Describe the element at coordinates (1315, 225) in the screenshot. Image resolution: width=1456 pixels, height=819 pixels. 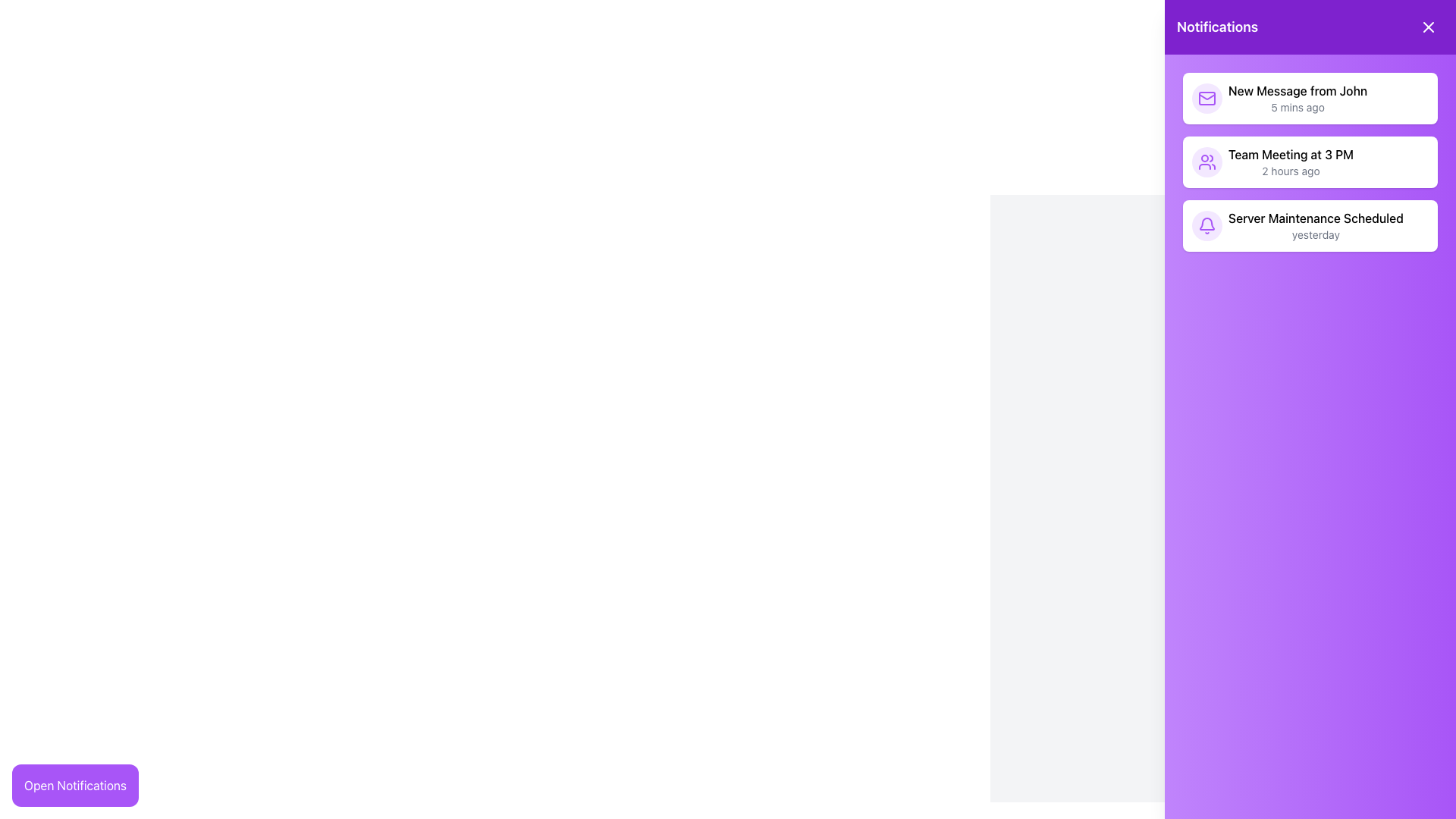
I see `the 'Server Maintenance' notification message in the notifications panel, which is the third item in the list, indicating a scheduled event with the timing 'yesterday'` at that location.